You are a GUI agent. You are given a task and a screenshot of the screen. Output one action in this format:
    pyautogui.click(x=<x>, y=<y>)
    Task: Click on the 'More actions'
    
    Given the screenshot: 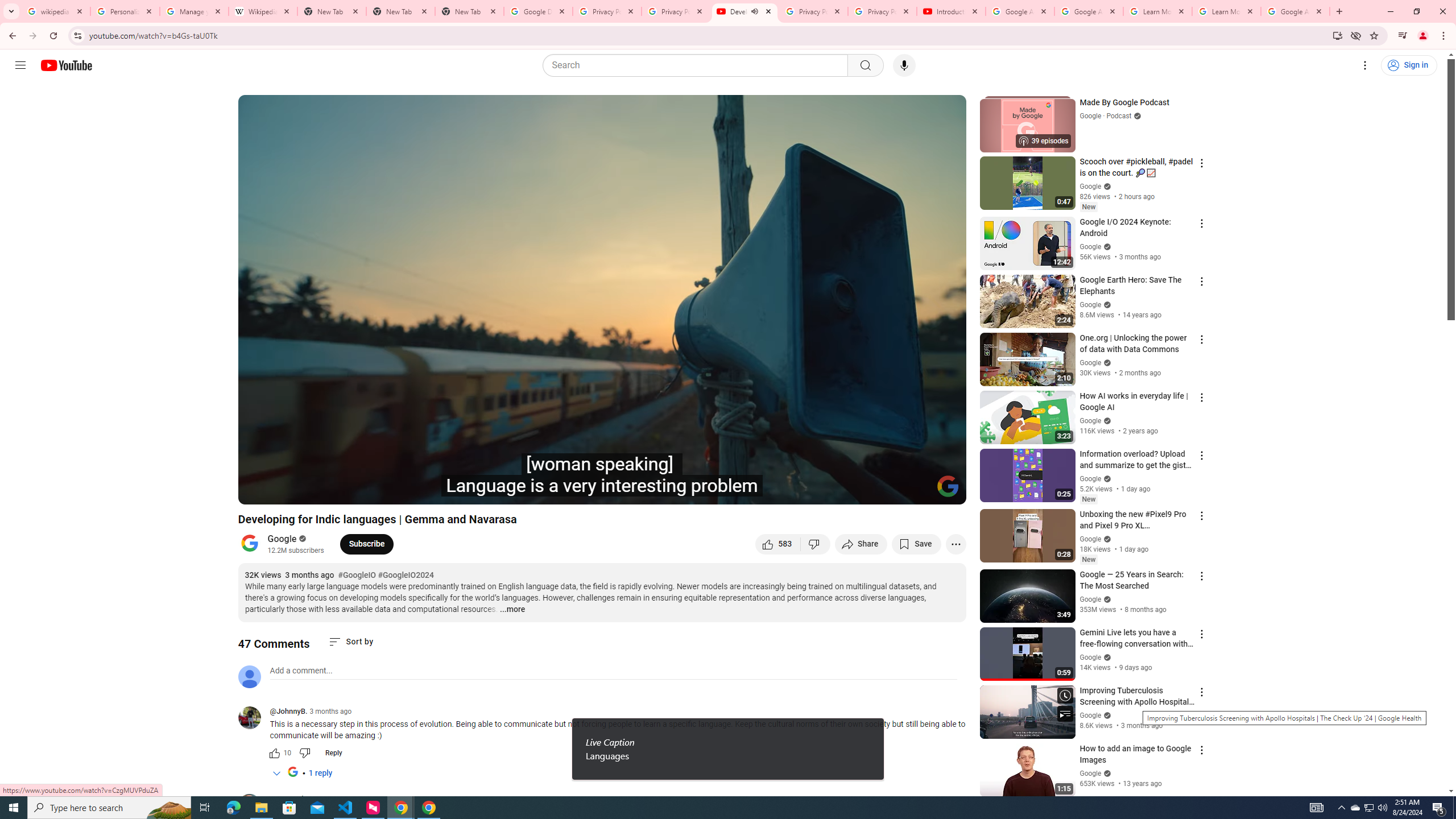 What is the action you would take?
    pyautogui.click(x=955, y=543)
    